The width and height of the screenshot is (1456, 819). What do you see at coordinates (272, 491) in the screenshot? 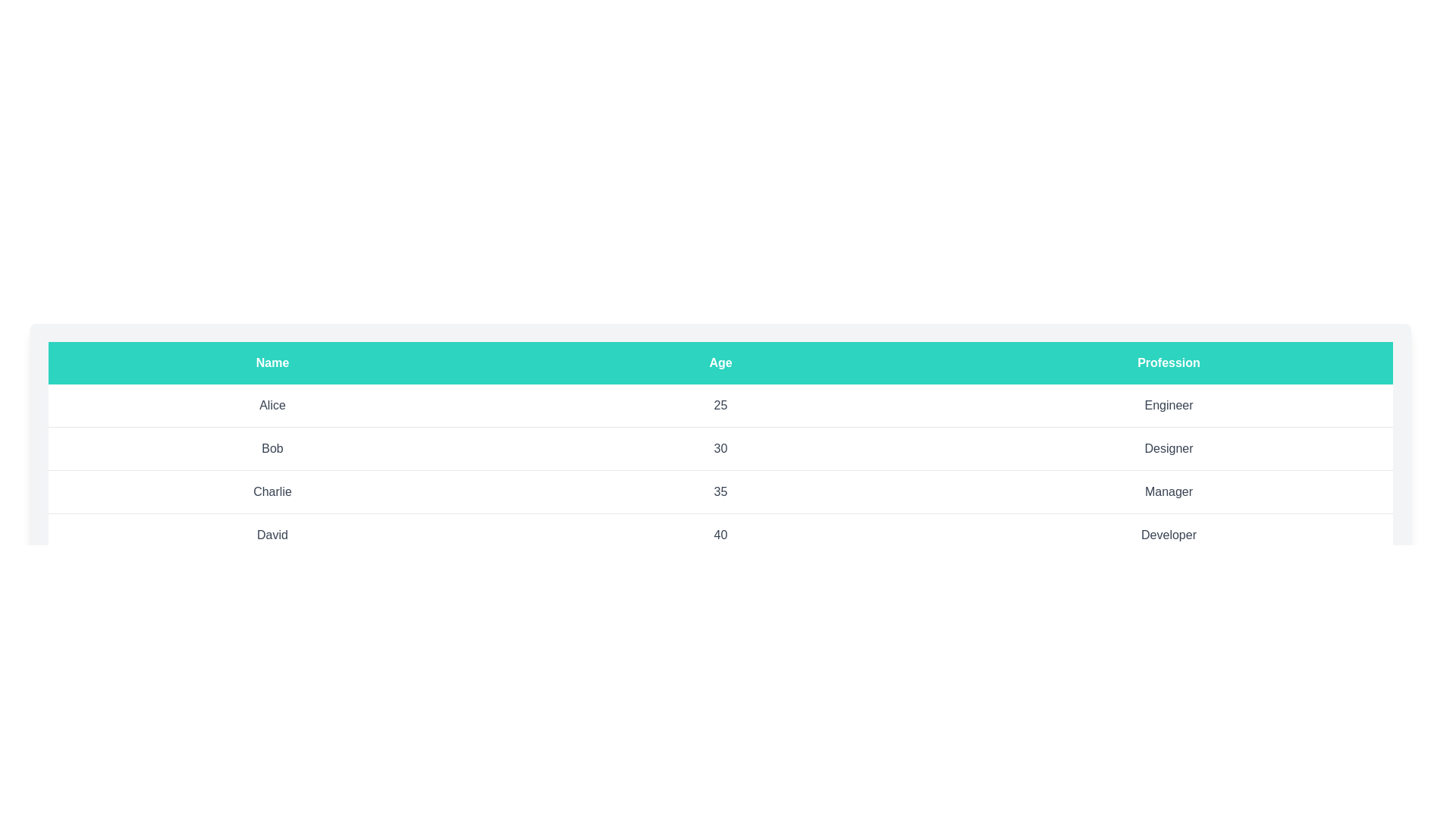
I see `on the text label displaying 'Charlie' in the third row of the user information table` at bounding box center [272, 491].